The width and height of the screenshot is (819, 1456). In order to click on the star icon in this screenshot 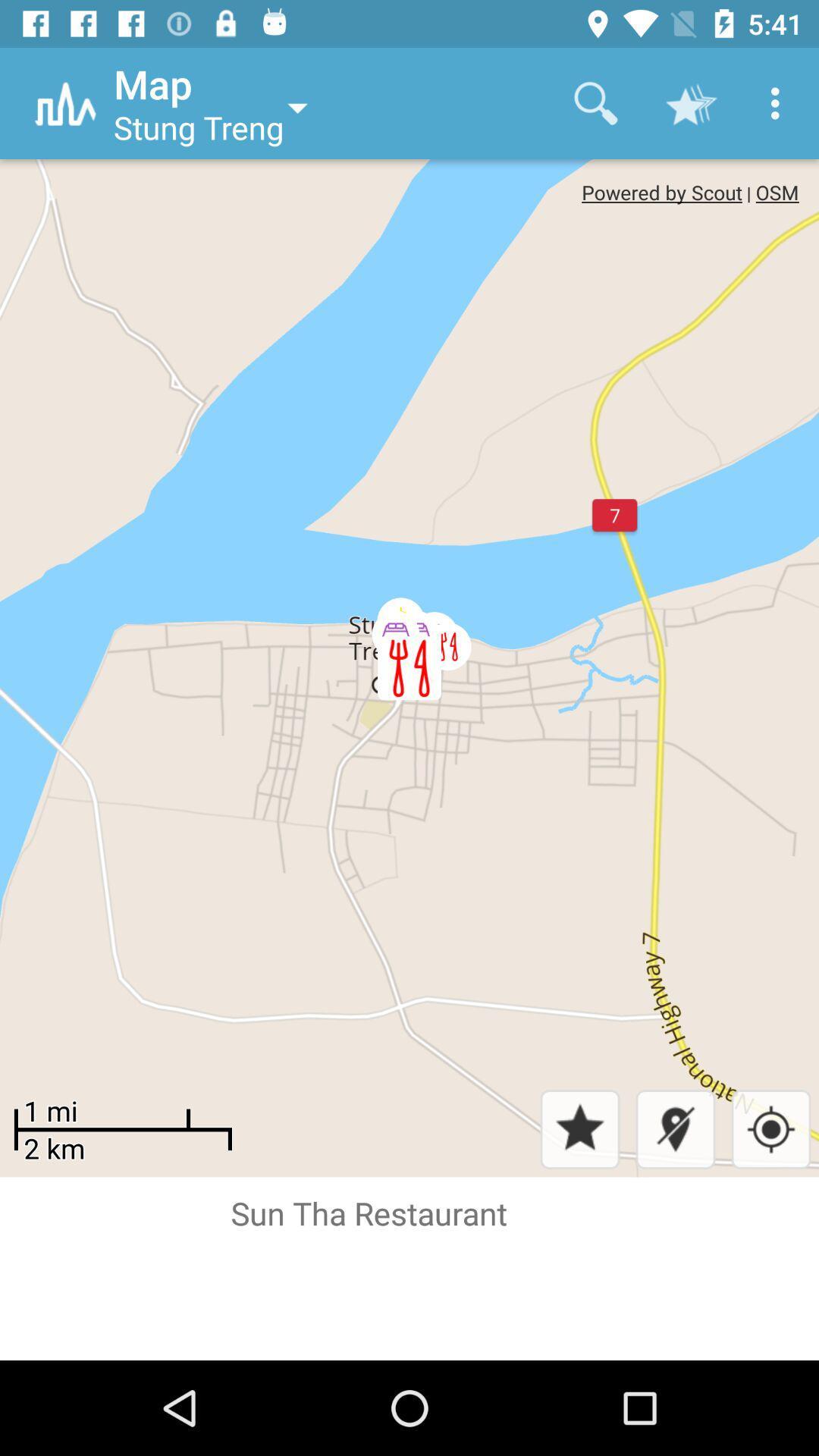, I will do `click(579, 1129)`.